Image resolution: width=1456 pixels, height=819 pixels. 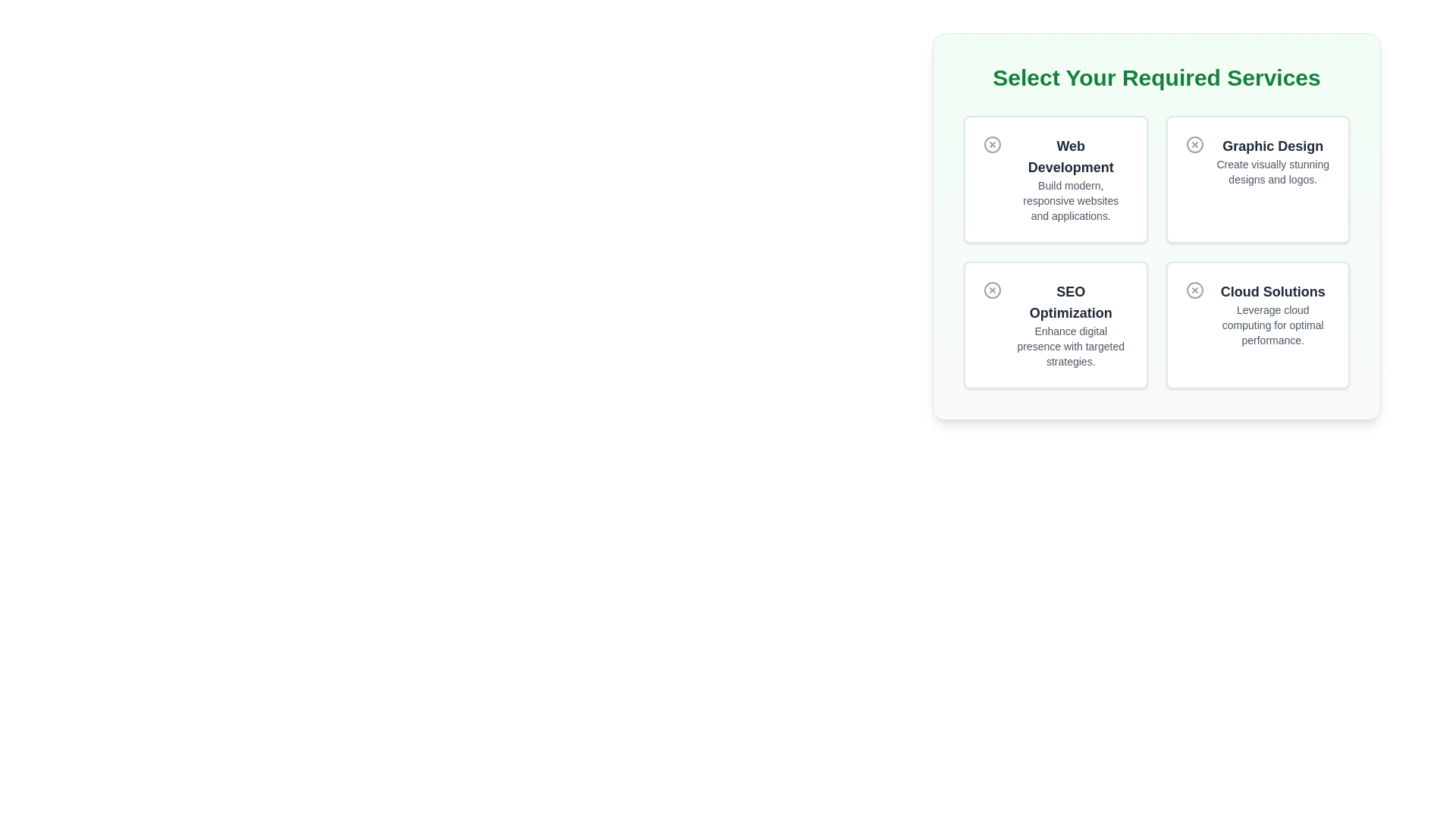 I want to click on title 'Cloud Solutions' from the bold text label located in the bottom-right card of the service options grid, so click(x=1272, y=292).